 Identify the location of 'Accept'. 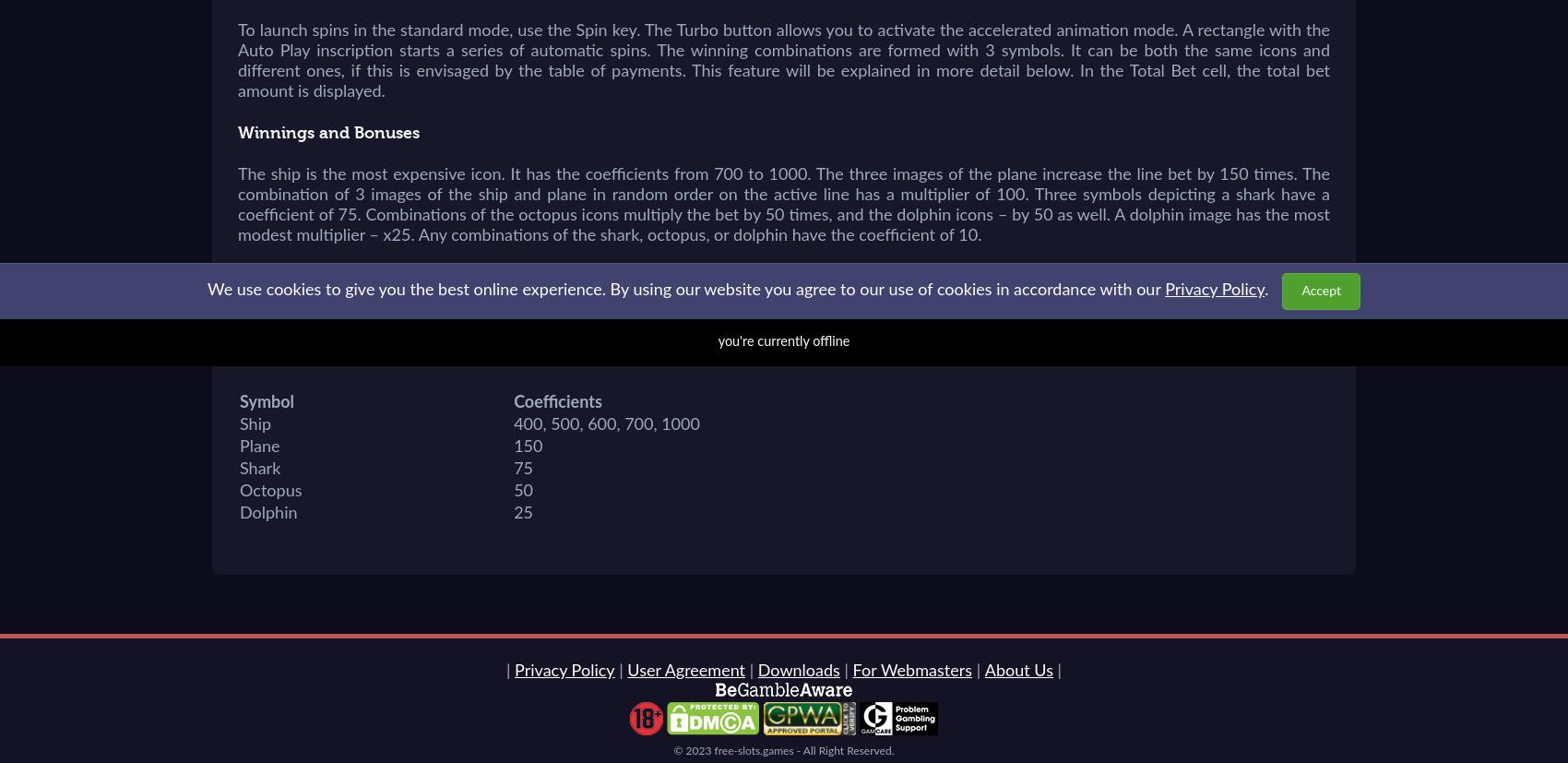
(1320, 290).